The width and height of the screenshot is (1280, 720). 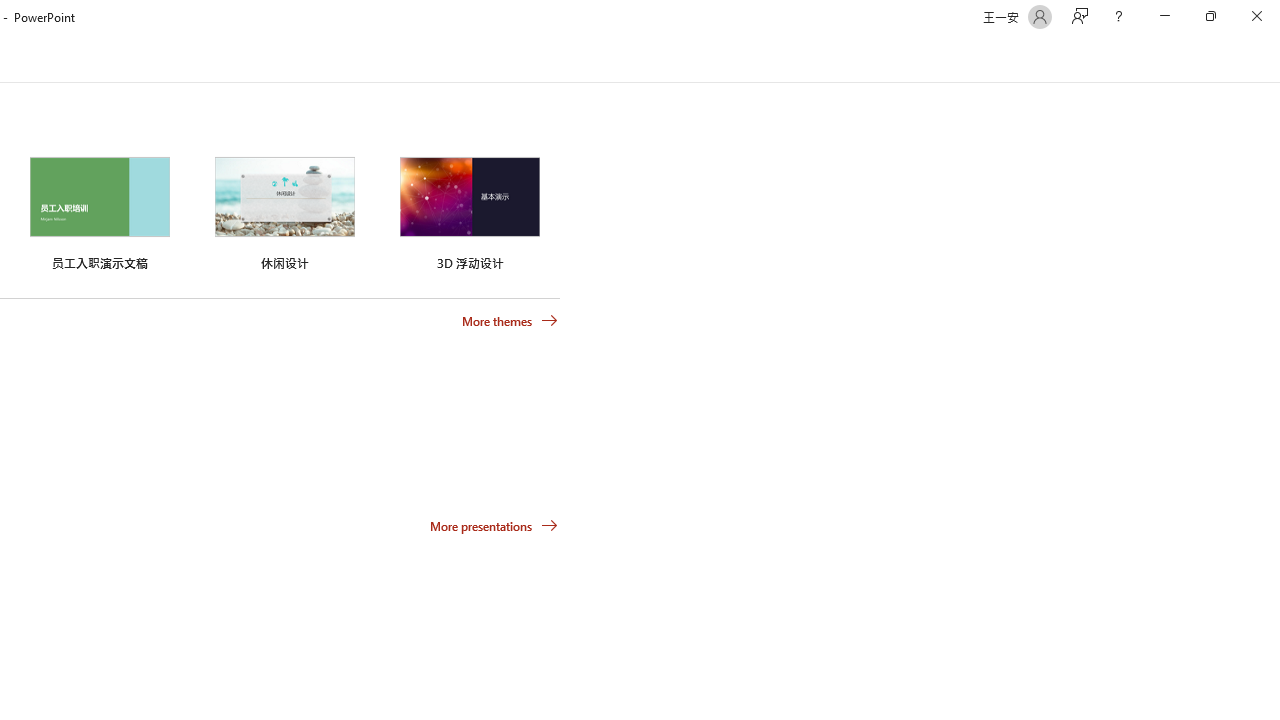 What do you see at coordinates (494, 524) in the screenshot?
I see `'More presentations'` at bounding box center [494, 524].